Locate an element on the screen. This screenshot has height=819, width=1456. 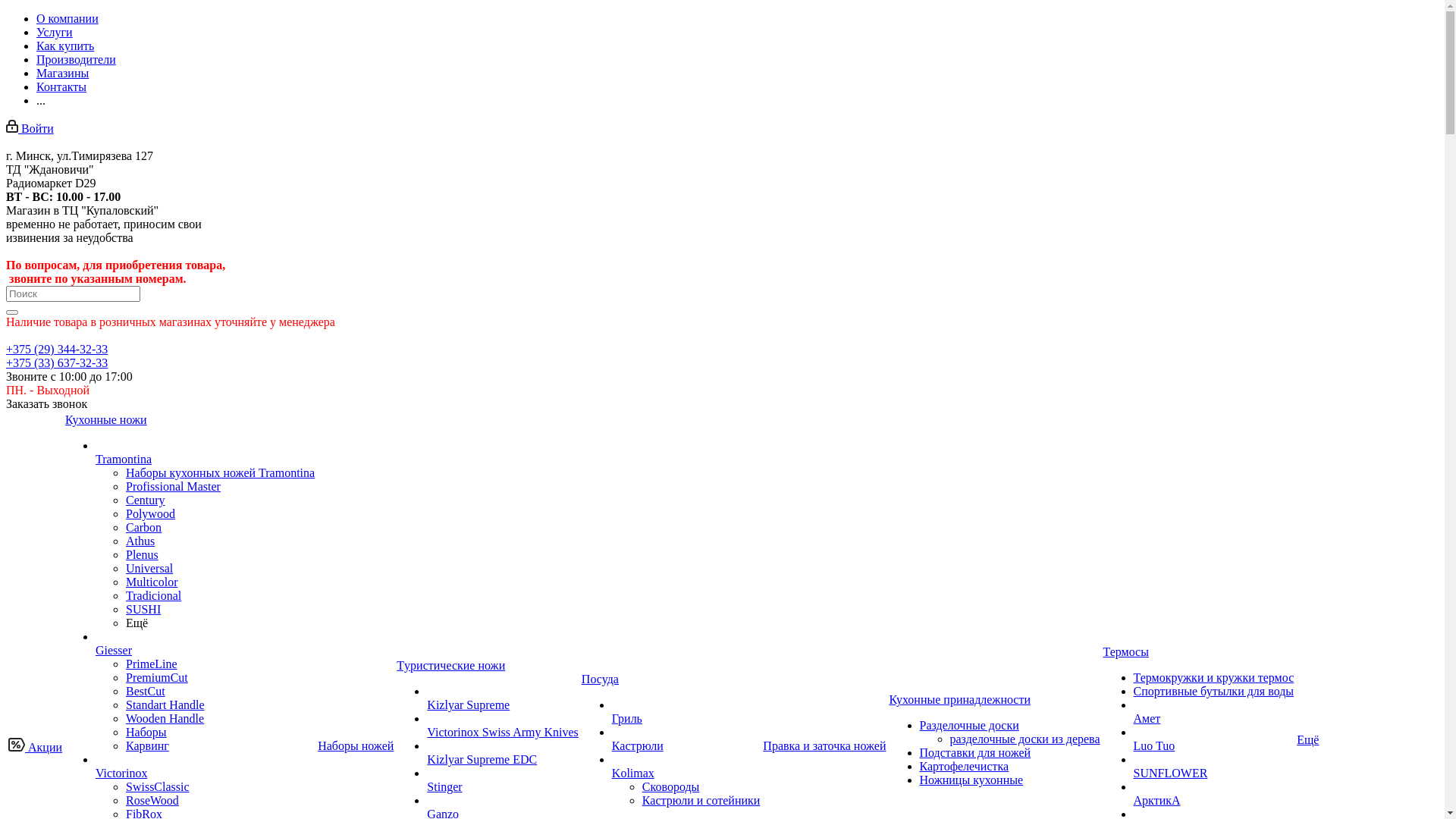
'Stinger' is located at coordinates (425, 777).